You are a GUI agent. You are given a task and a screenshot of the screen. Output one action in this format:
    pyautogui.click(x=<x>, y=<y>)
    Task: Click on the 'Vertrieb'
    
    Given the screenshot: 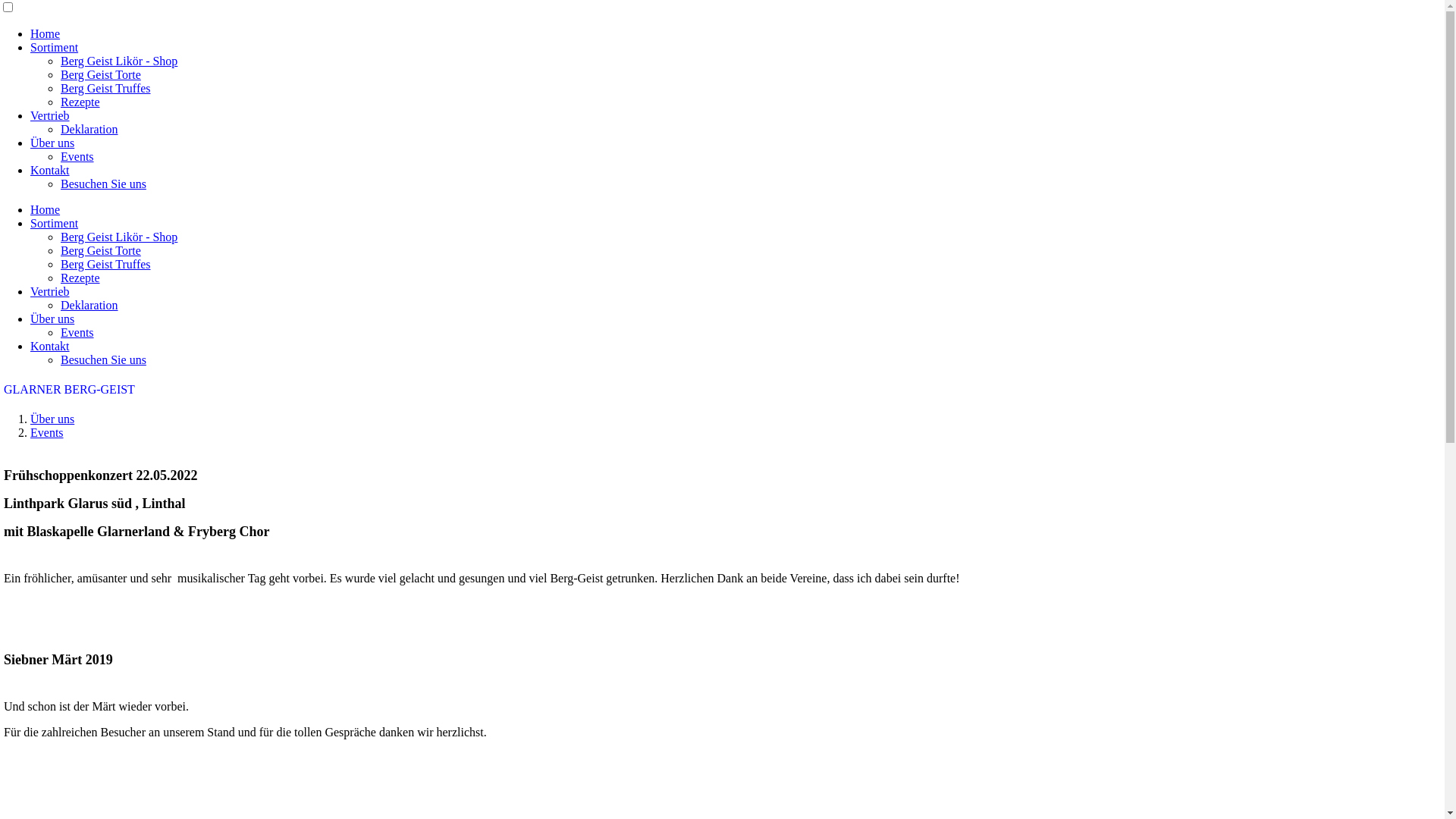 What is the action you would take?
    pyautogui.click(x=50, y=291)
    